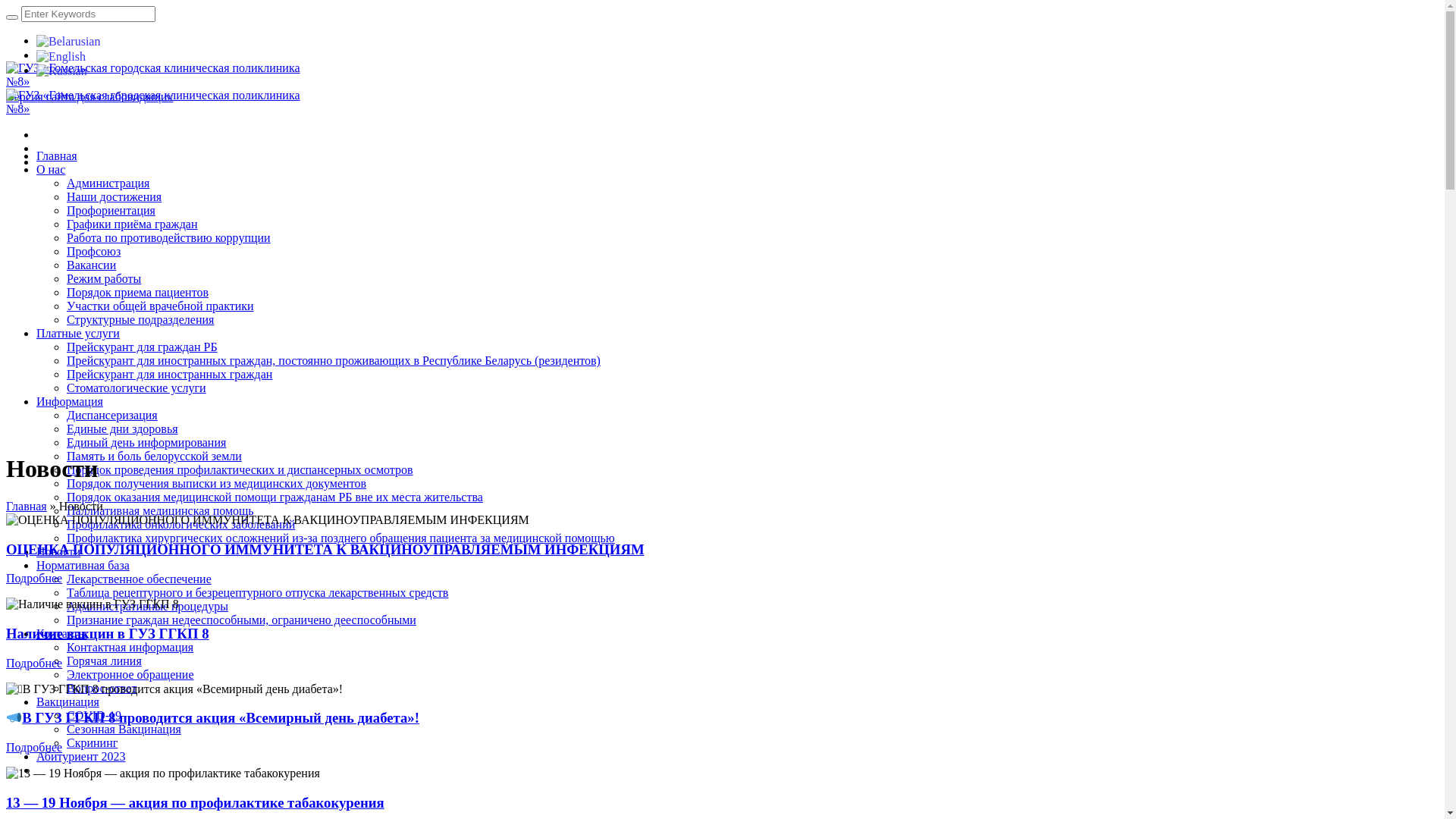 This screenshot has width=1456, height=819. What do you see at coordinates (61, 54) in the screenshot?
I see `'English'` at bounding box center [61, 54].